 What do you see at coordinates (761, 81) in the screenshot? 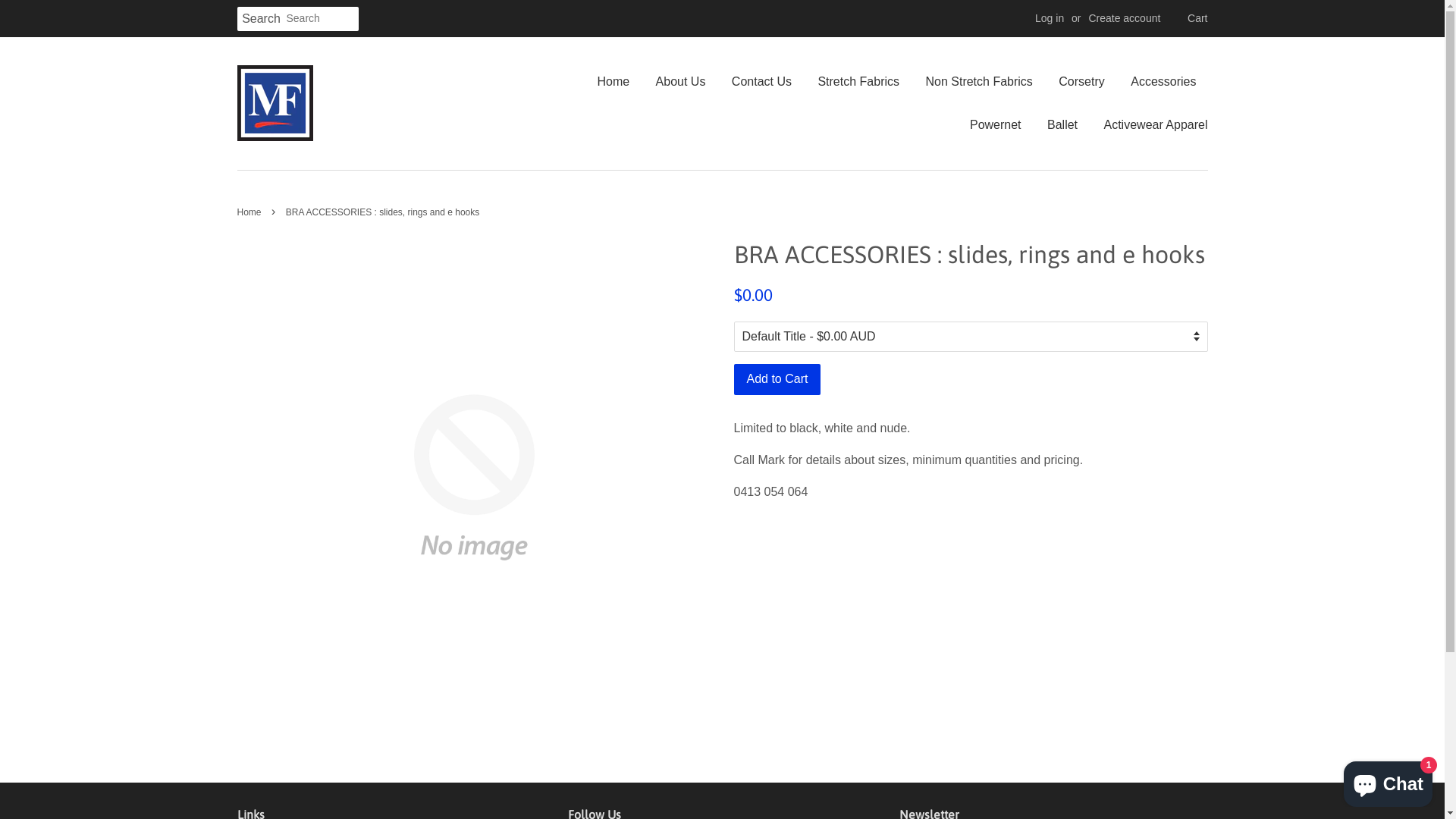
I see `'Contact Us'` at bounding box center [761, 81].